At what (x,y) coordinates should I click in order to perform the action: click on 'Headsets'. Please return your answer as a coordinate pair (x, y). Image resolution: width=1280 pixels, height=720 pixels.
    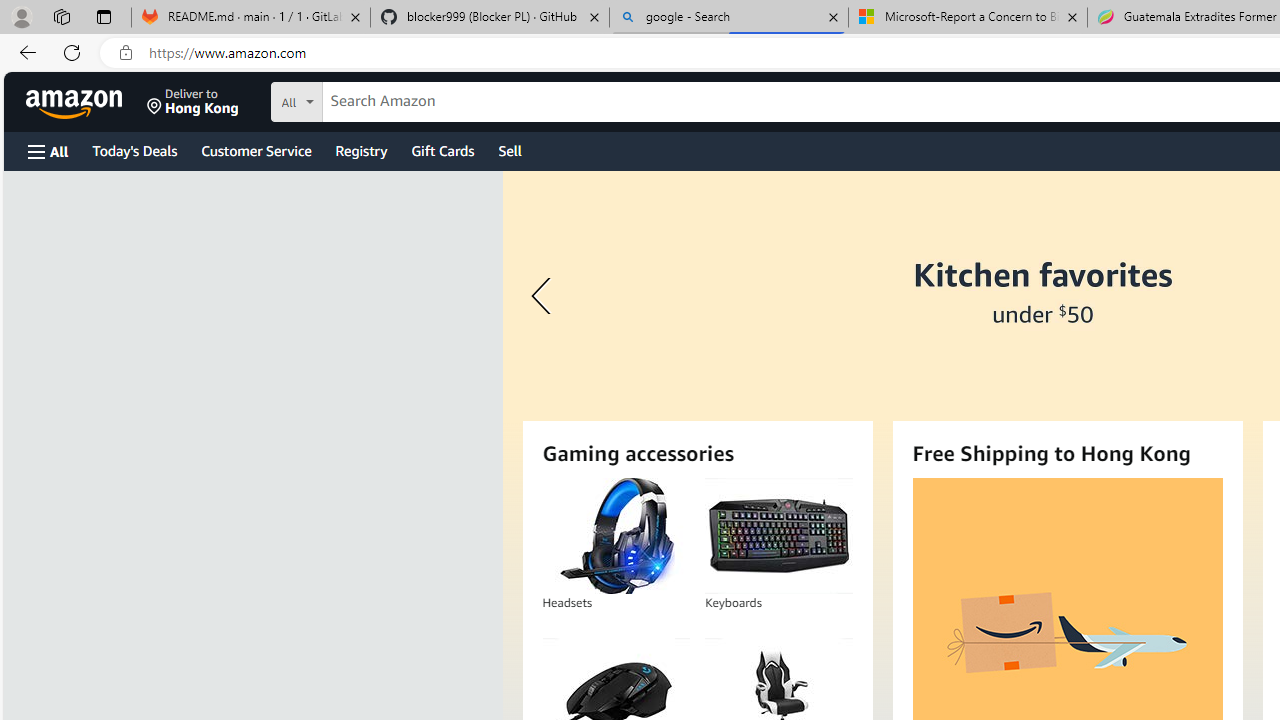
    Looking at the image, I should click on (615, 535).